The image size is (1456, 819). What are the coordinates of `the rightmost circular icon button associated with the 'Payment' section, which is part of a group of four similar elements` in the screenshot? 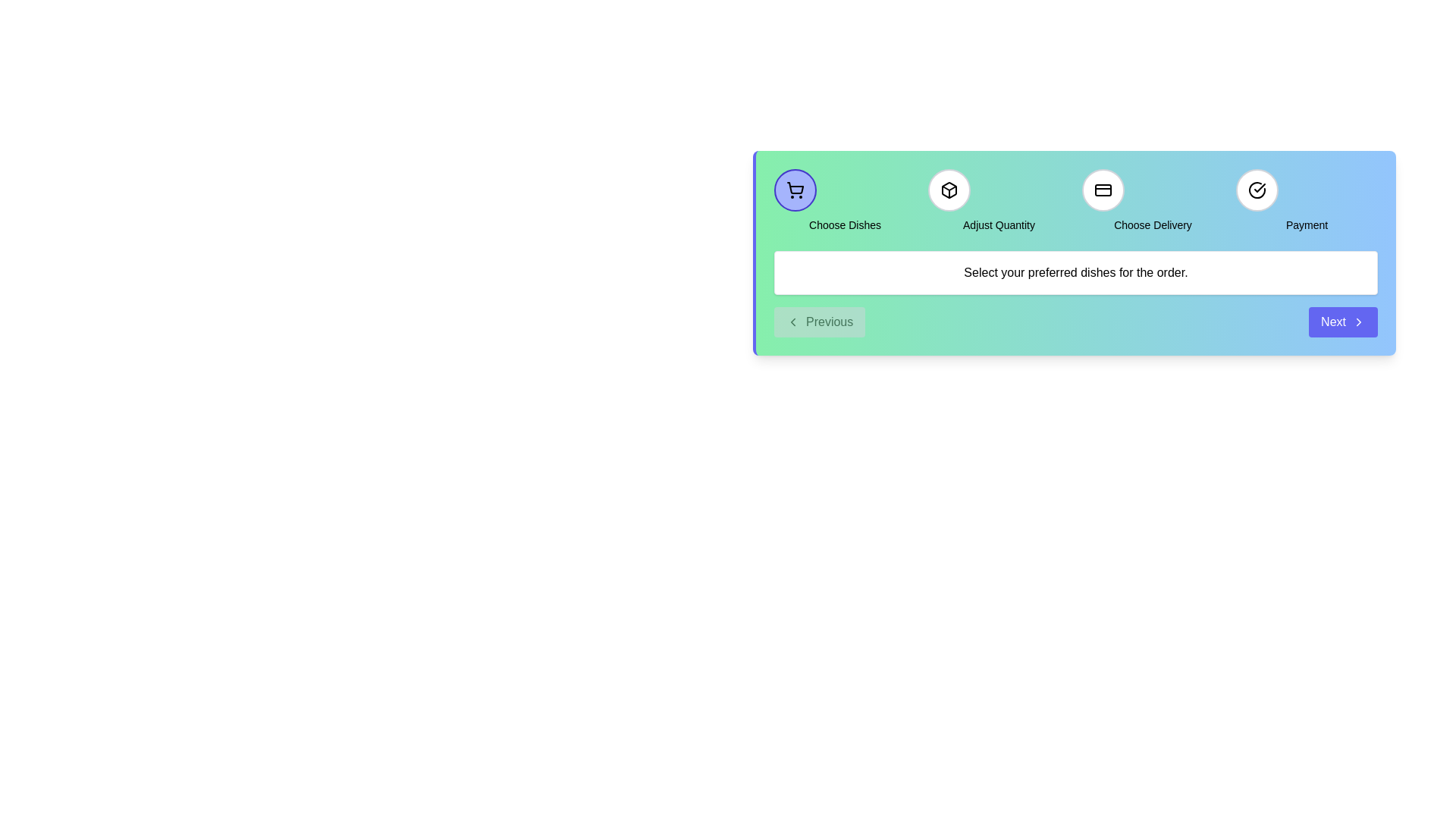 It's located at (1257, 189).